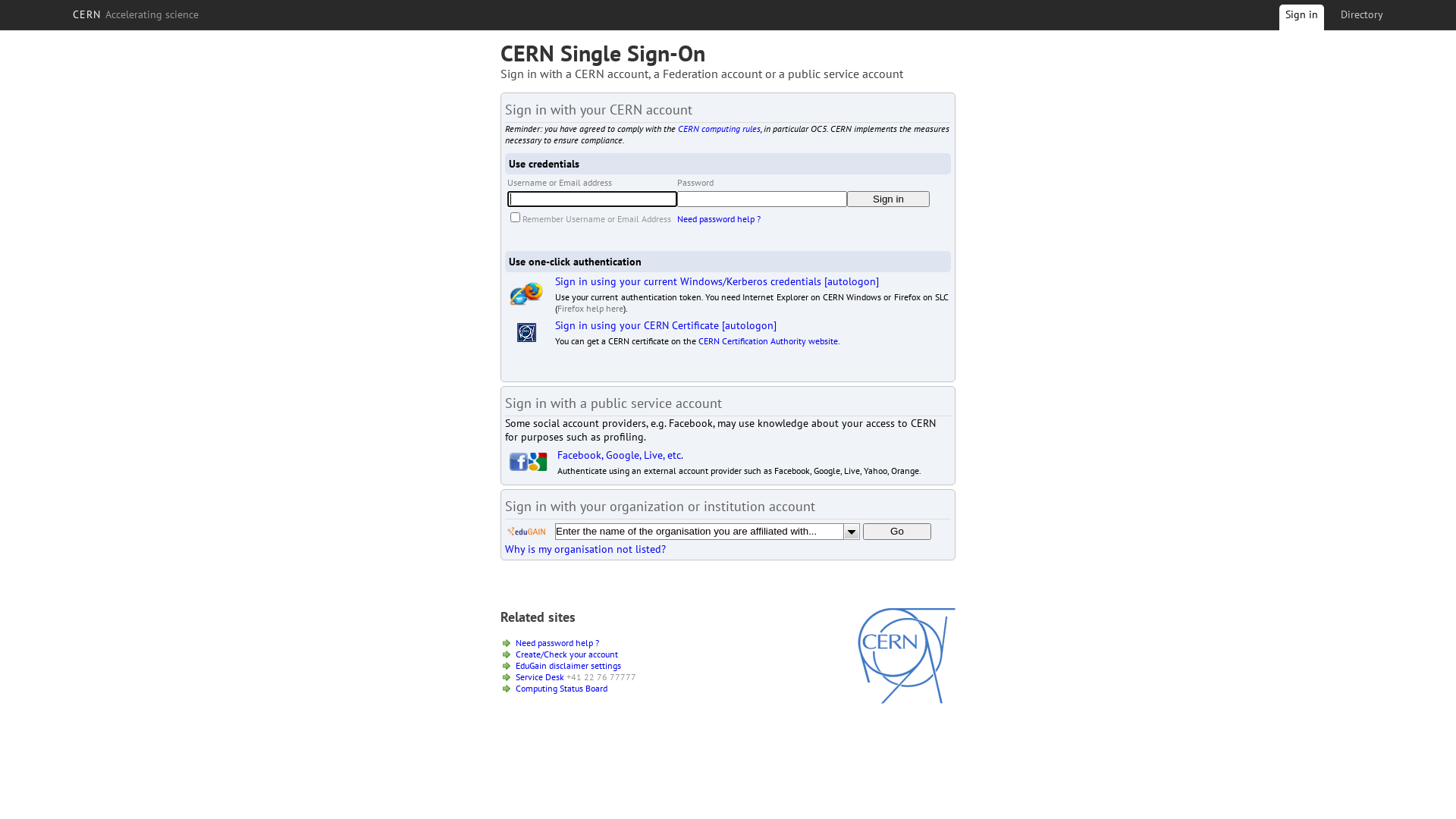 The height and width of the screenshot is (819, 1456). What do you see at coordinates (767, 340) in the screenshot?
I see `'CERN Certification Authority website'` at bounding box center [767, 340].